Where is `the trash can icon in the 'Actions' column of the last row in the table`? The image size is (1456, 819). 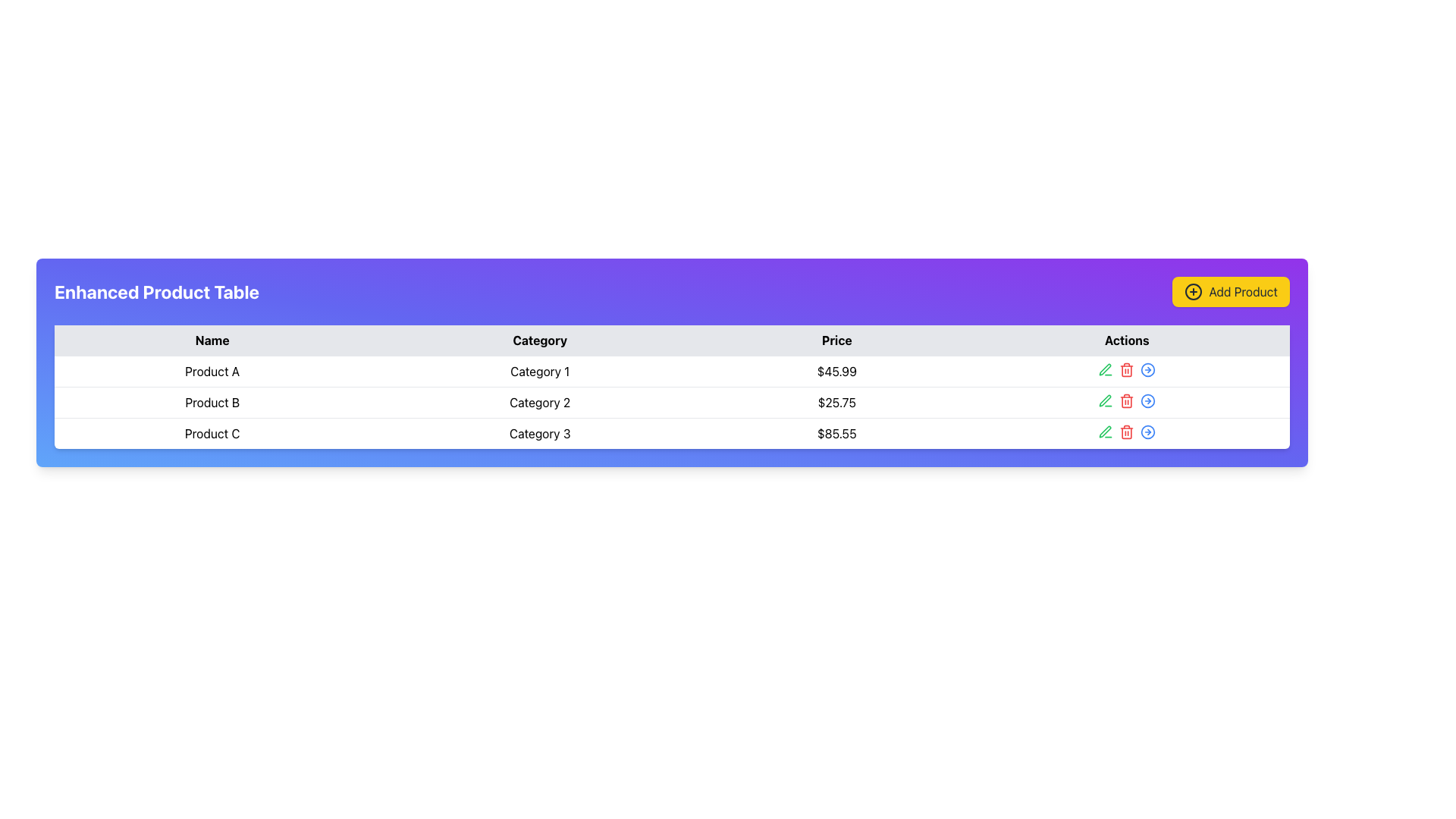 the trash can icon in the 'Actions' column of the last row in the table is located at coordinates (1127, 400).